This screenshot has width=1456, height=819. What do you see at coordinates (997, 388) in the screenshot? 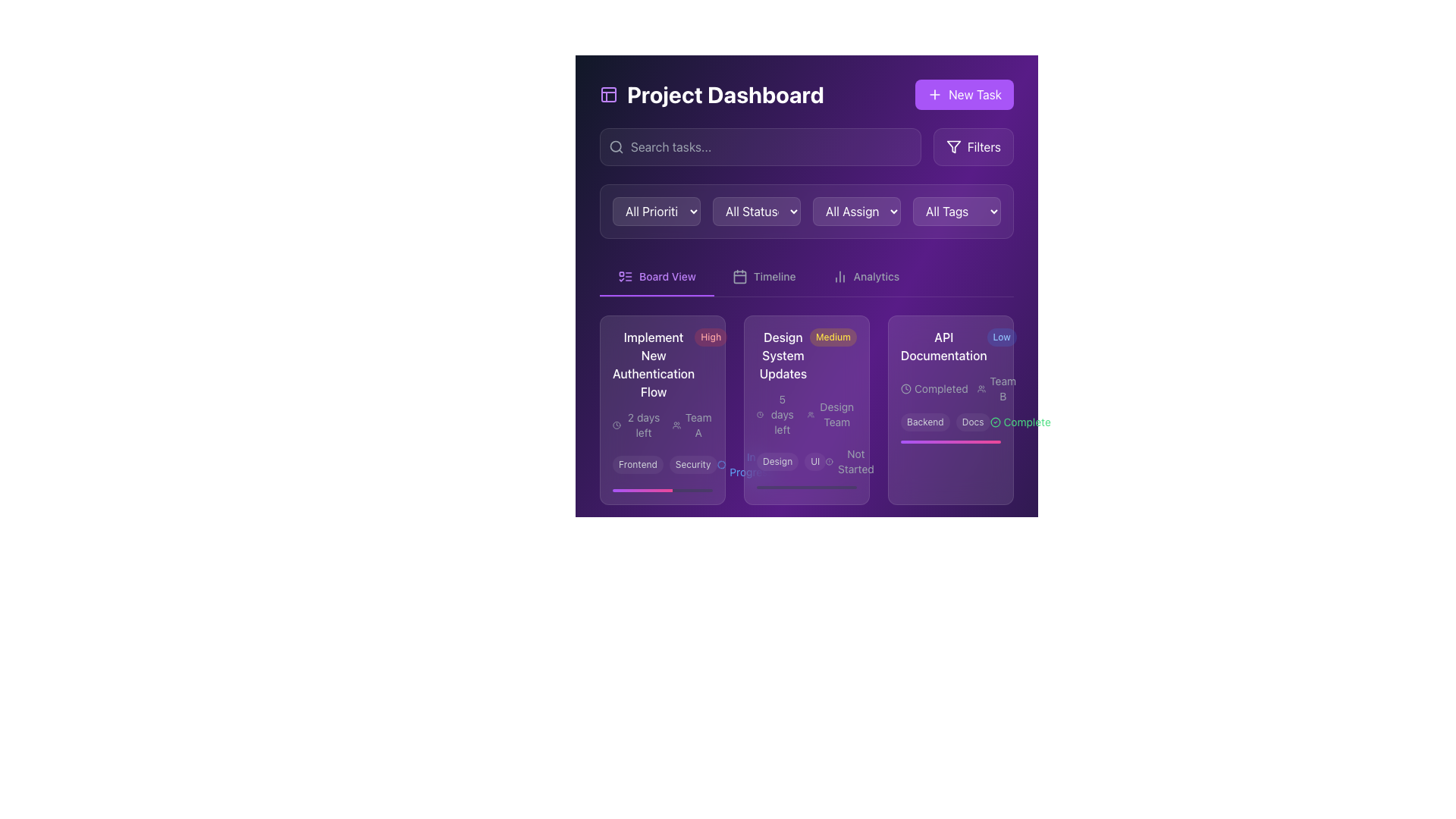
I see `label with an icon located in the lower right corner of the 'API Documentation' card, following the status indicator text 'Completed', to gather team information` at bounding box center [997, 388].